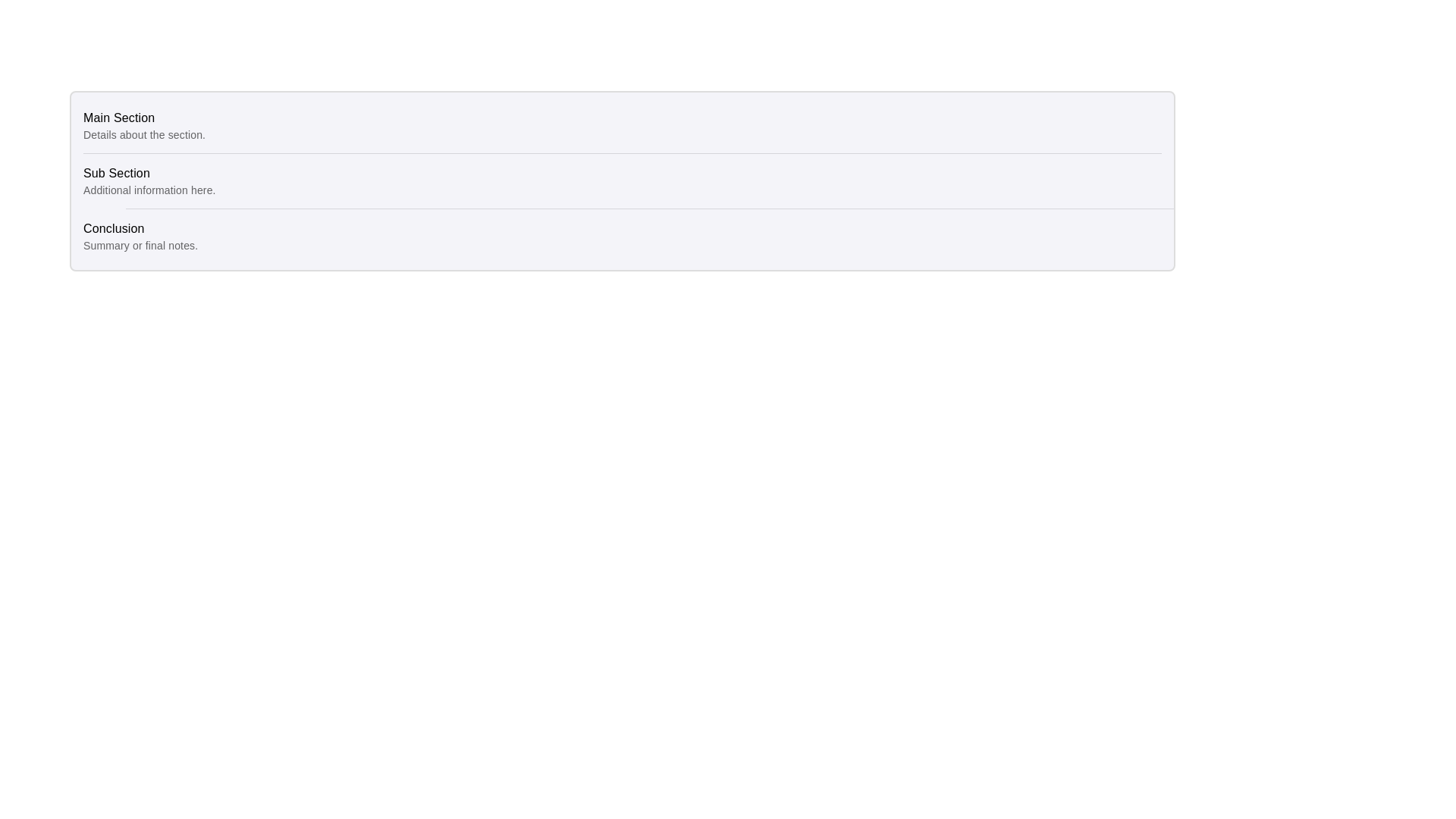 The image size is (1456, 819). Describe the element at coordinates (622, 180) in the screenshot. I see `the second list item displaying the title 'Sub Section' and the description 'Additional information here', which is positioned between the 'Main Section' and 'Conclusion' items` at that location.